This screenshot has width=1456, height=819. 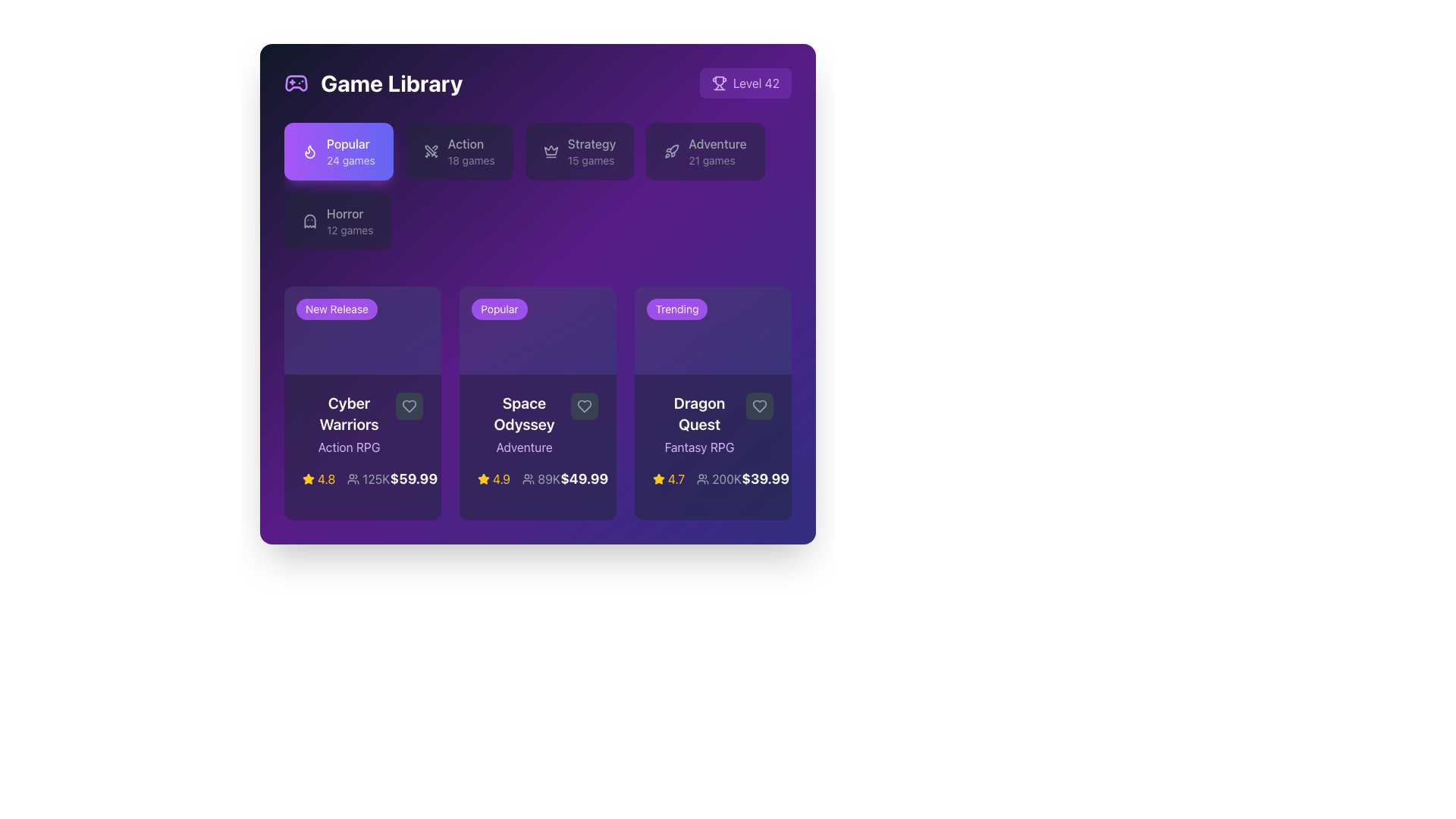 I want to click on the text label that provides information about the number of items available under the 'Popular' category, located beneath the 'Popular' text in the game library interface, so click(x=350, y=161).